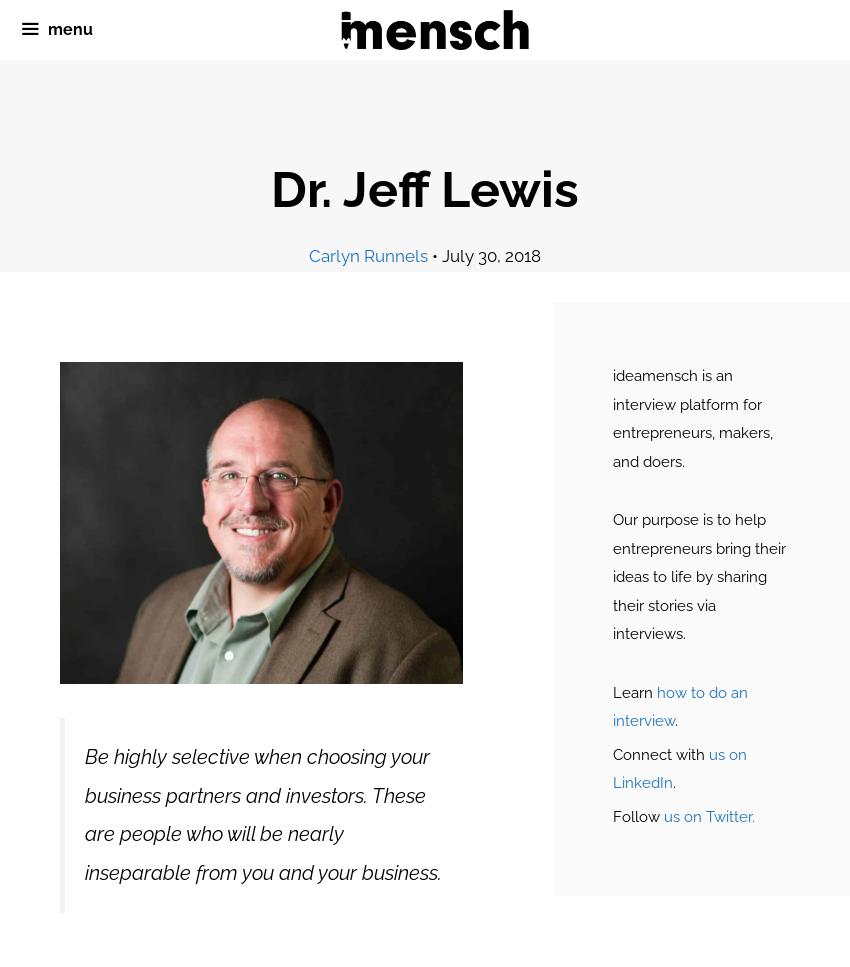  I want to click on 'us on Twitter.', so click(707, 814).